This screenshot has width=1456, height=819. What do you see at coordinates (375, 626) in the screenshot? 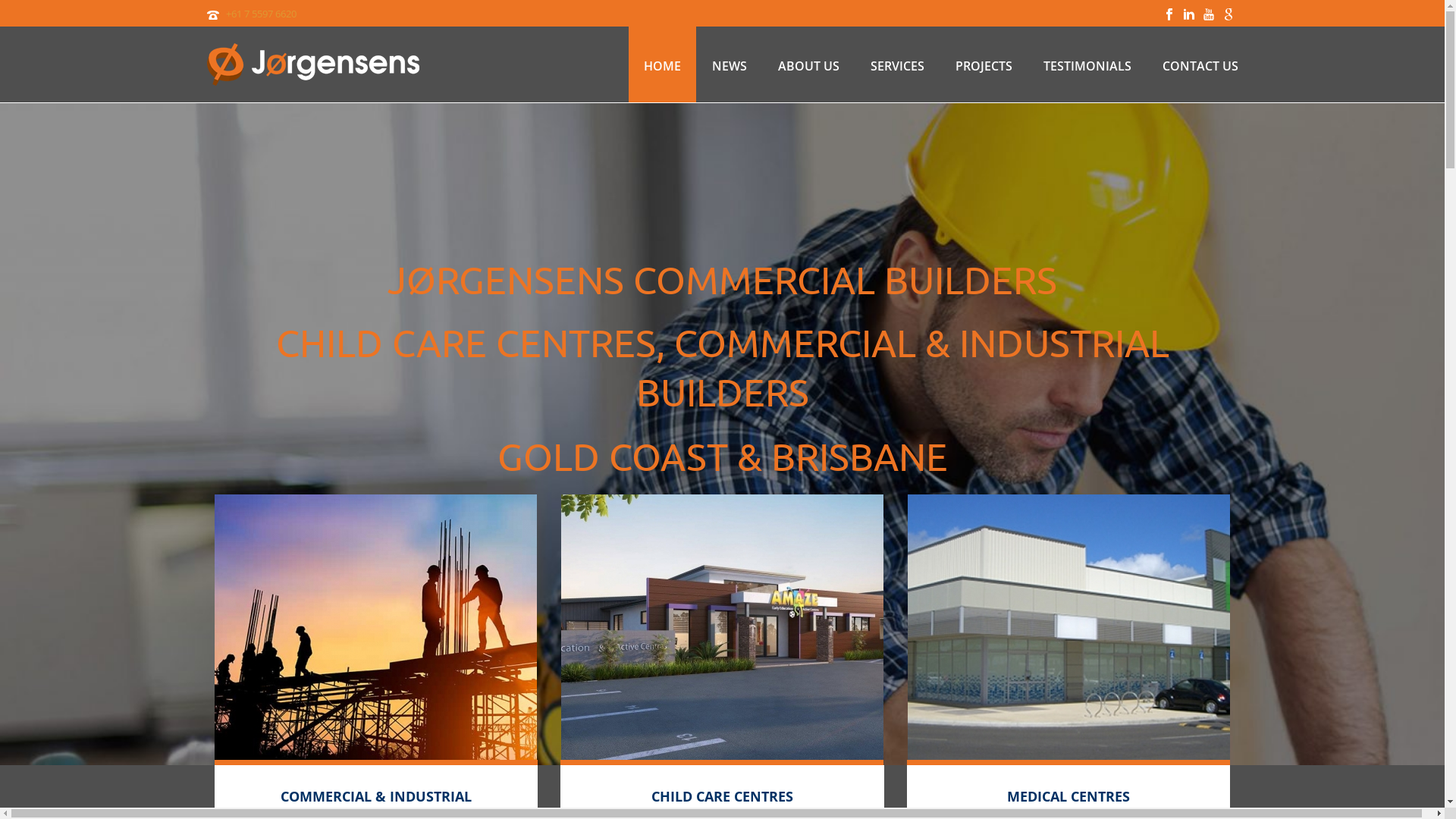
I see `'Home'` at bounding box center [375, 626].